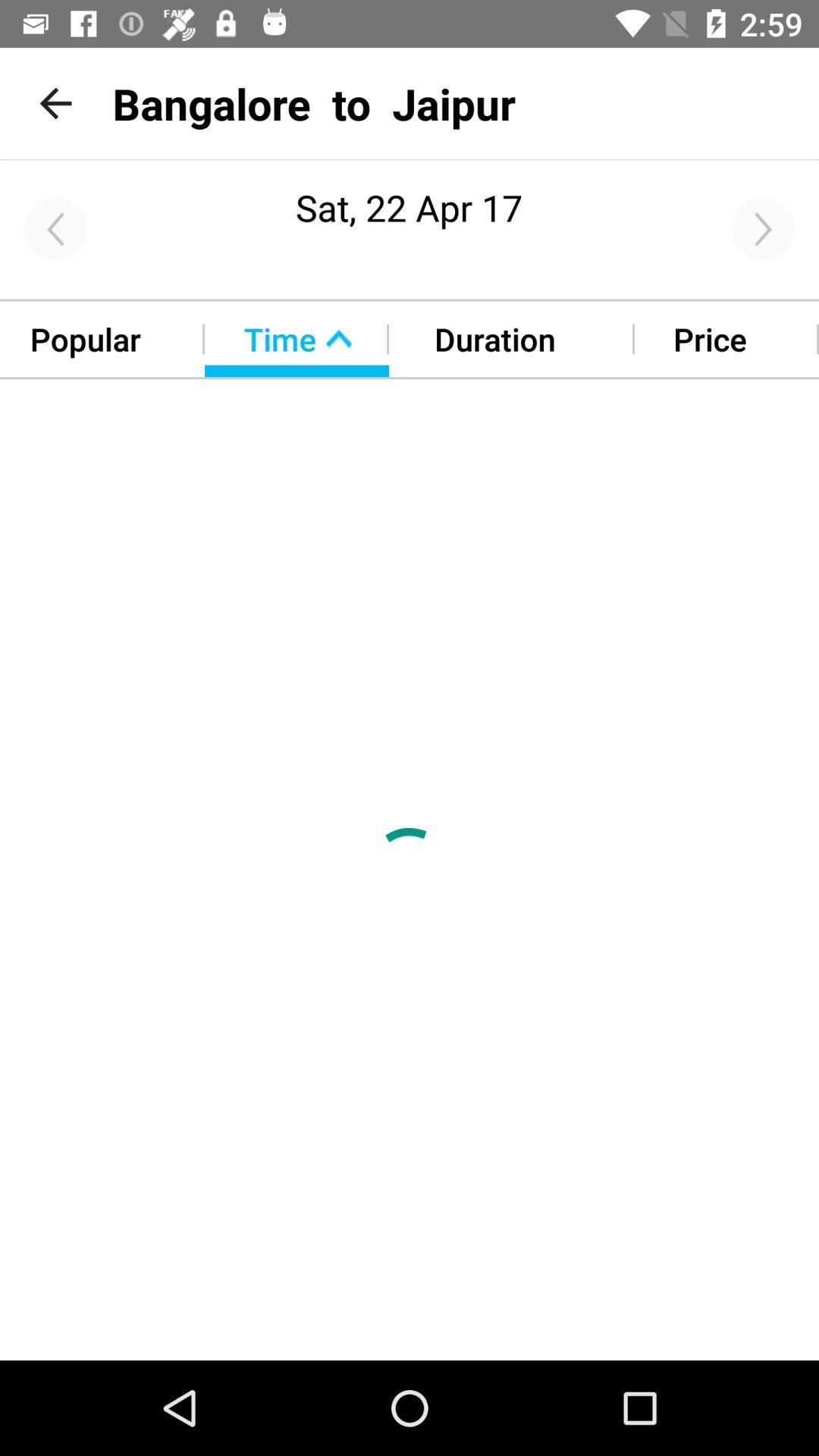 This screenshot has width=819, height=1456. What do you see at coordinates (763, 228) in the screenshot?
I see `the arrow_forward icon` at bounding box center [763, 228].